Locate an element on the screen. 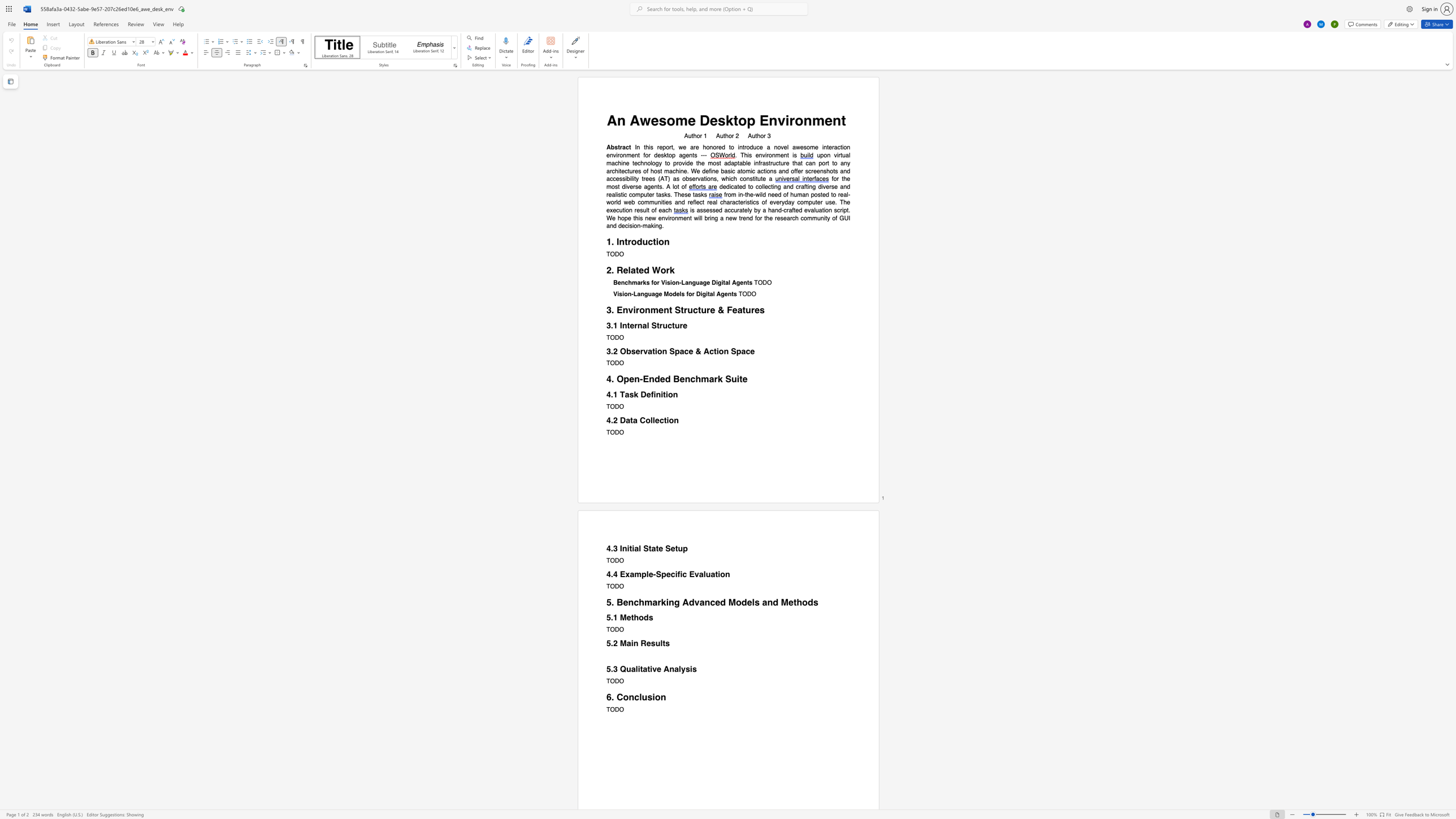  the space between the continuous character "n" and "c" in the text is located at coordinates (624, 283).